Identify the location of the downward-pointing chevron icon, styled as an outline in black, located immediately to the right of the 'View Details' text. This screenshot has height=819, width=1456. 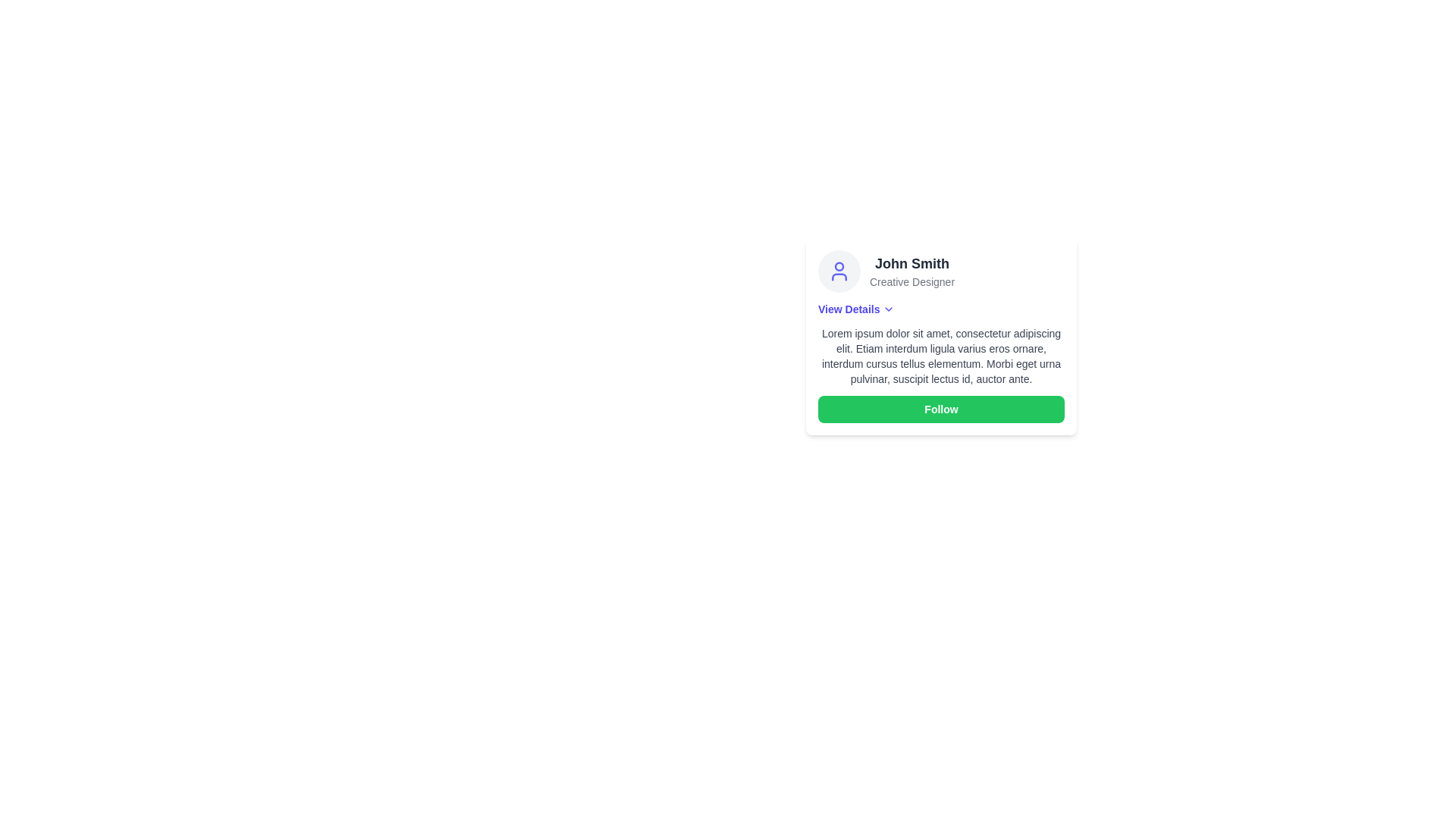
(889, 309).